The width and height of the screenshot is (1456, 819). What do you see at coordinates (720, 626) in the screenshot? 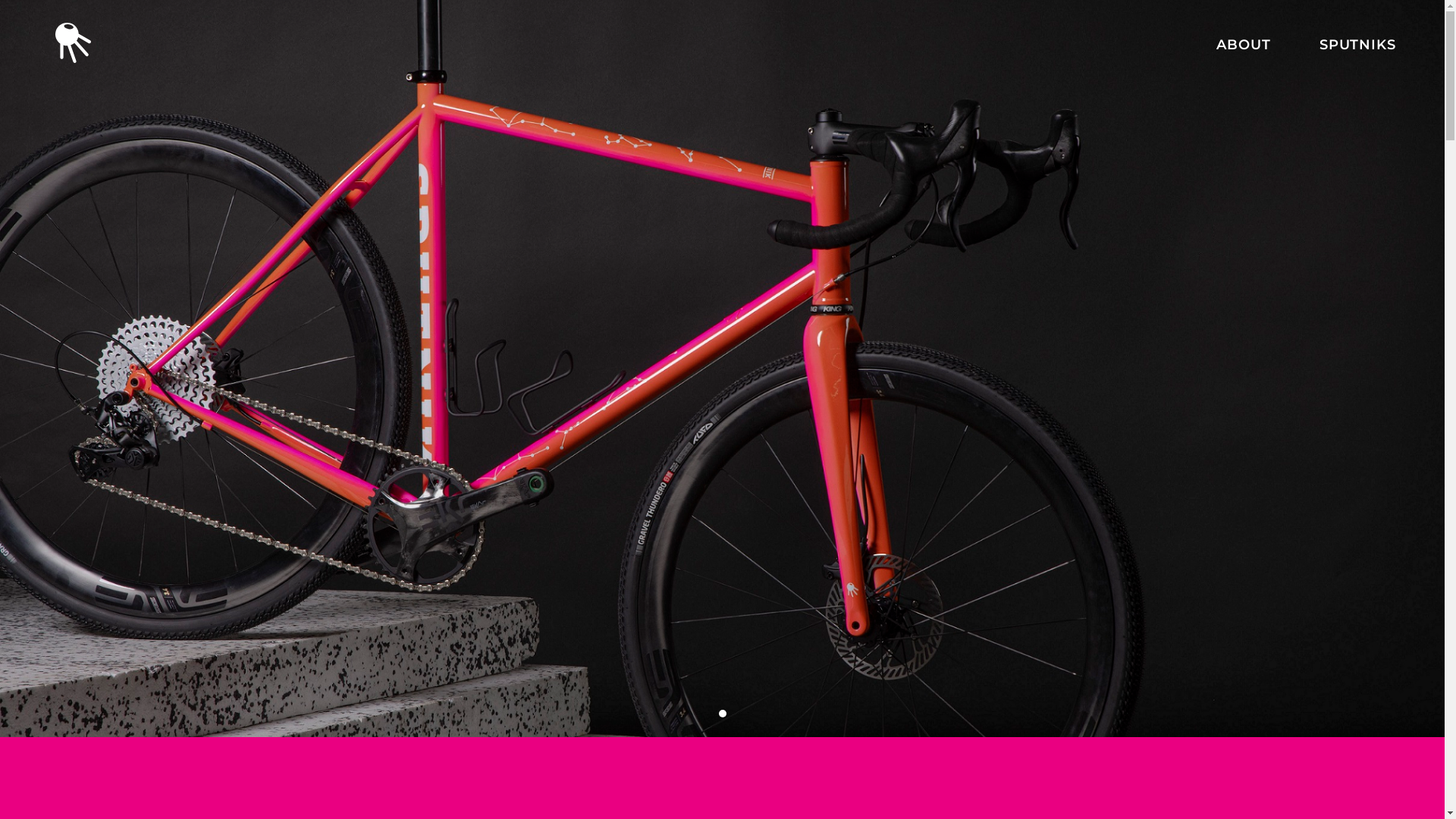
I see `'Sputniks'` at bounding box center [720, 626].